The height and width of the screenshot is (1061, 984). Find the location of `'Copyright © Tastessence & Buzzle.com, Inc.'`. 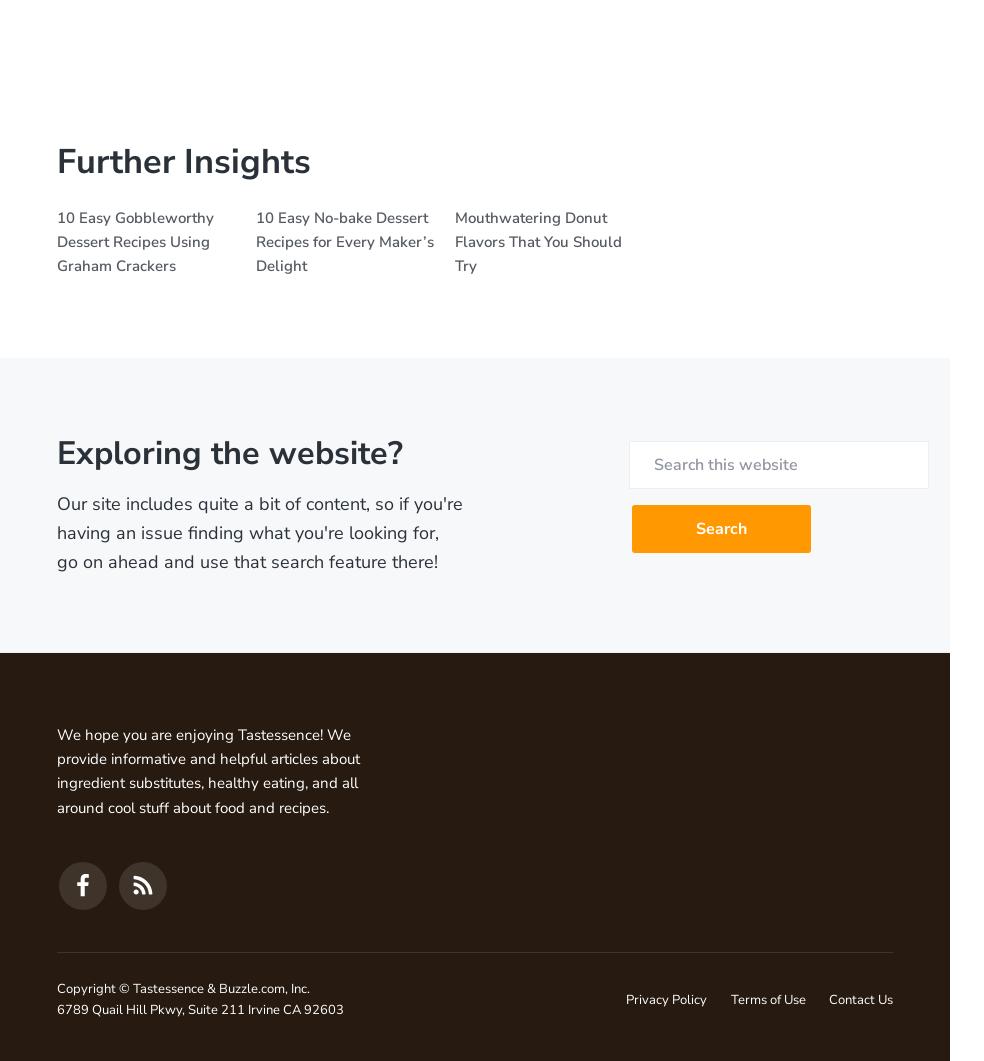

'Copyright © Tastessence & Buzzle.com, Inc.' is located at coordinates (183, 987).